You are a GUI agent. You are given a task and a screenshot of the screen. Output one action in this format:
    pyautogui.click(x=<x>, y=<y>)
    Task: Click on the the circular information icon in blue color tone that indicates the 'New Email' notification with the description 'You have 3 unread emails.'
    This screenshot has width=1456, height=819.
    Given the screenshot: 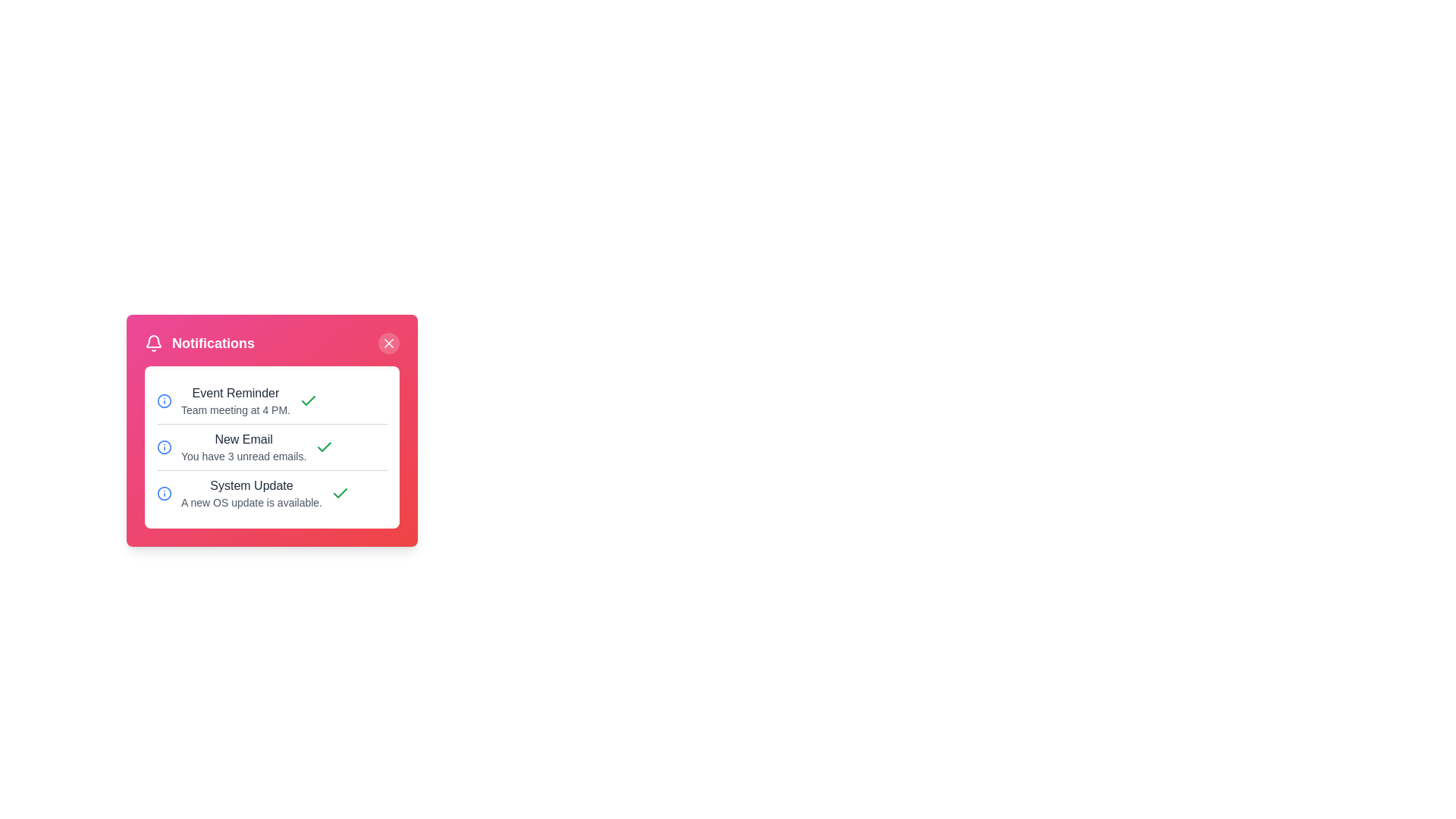 What is the action you would take?
    pyautogui.click(x=164, y=447)
    